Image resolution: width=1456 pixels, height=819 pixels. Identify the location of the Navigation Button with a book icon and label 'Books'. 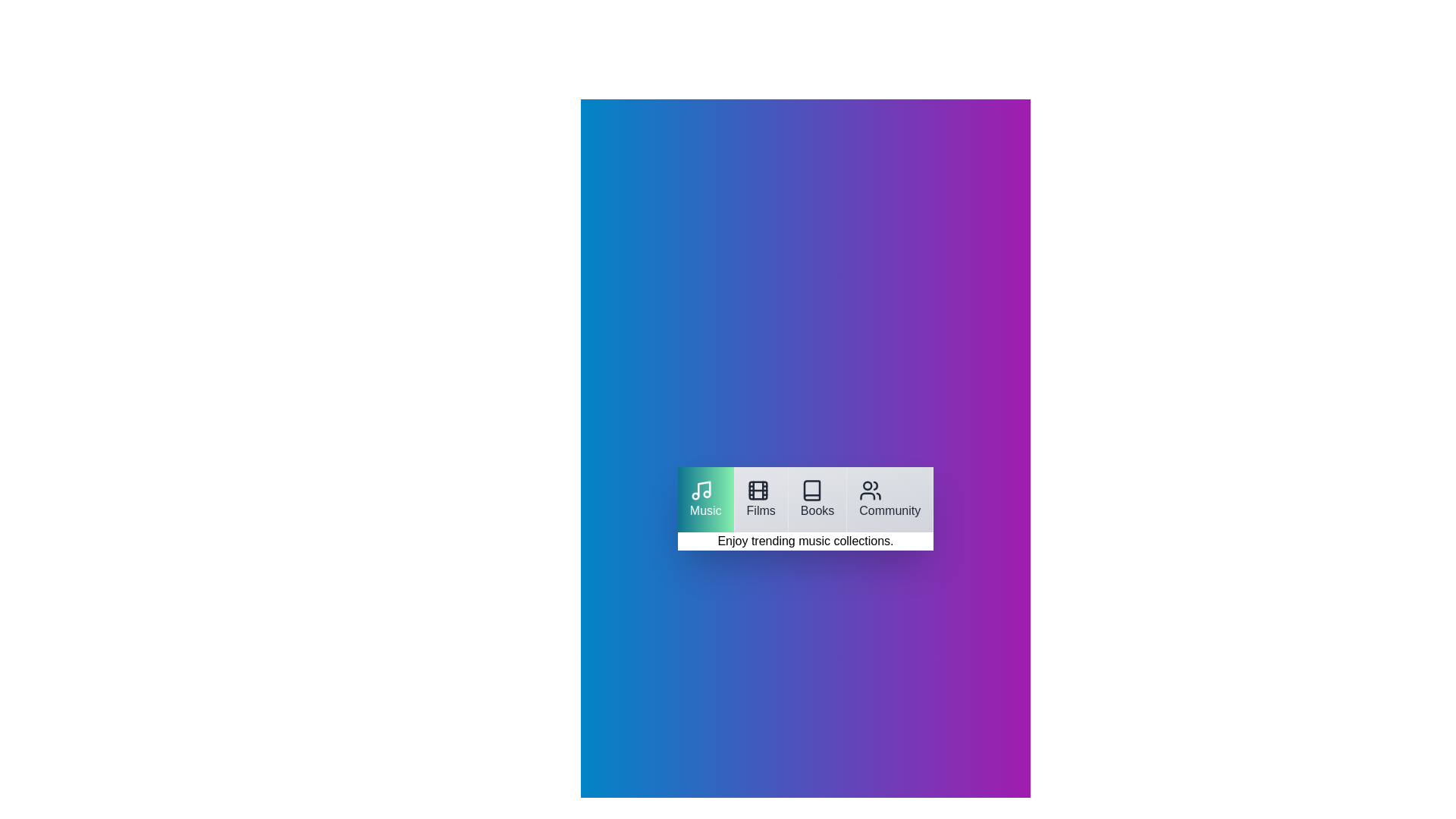
(817, 500).